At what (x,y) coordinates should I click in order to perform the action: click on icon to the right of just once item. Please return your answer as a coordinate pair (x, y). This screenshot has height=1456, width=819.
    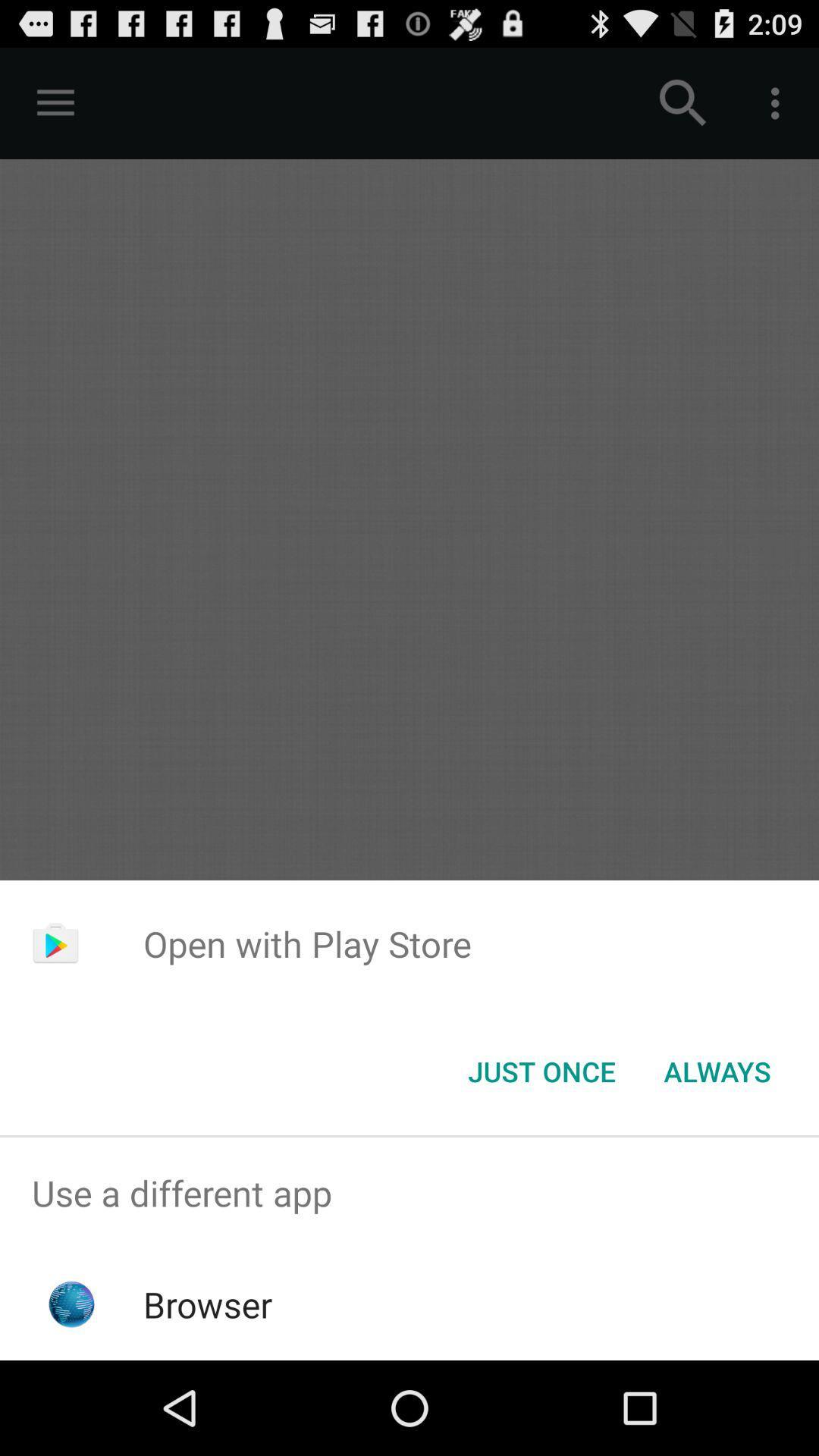
    Looking at the image, I should click on (717, 1070).